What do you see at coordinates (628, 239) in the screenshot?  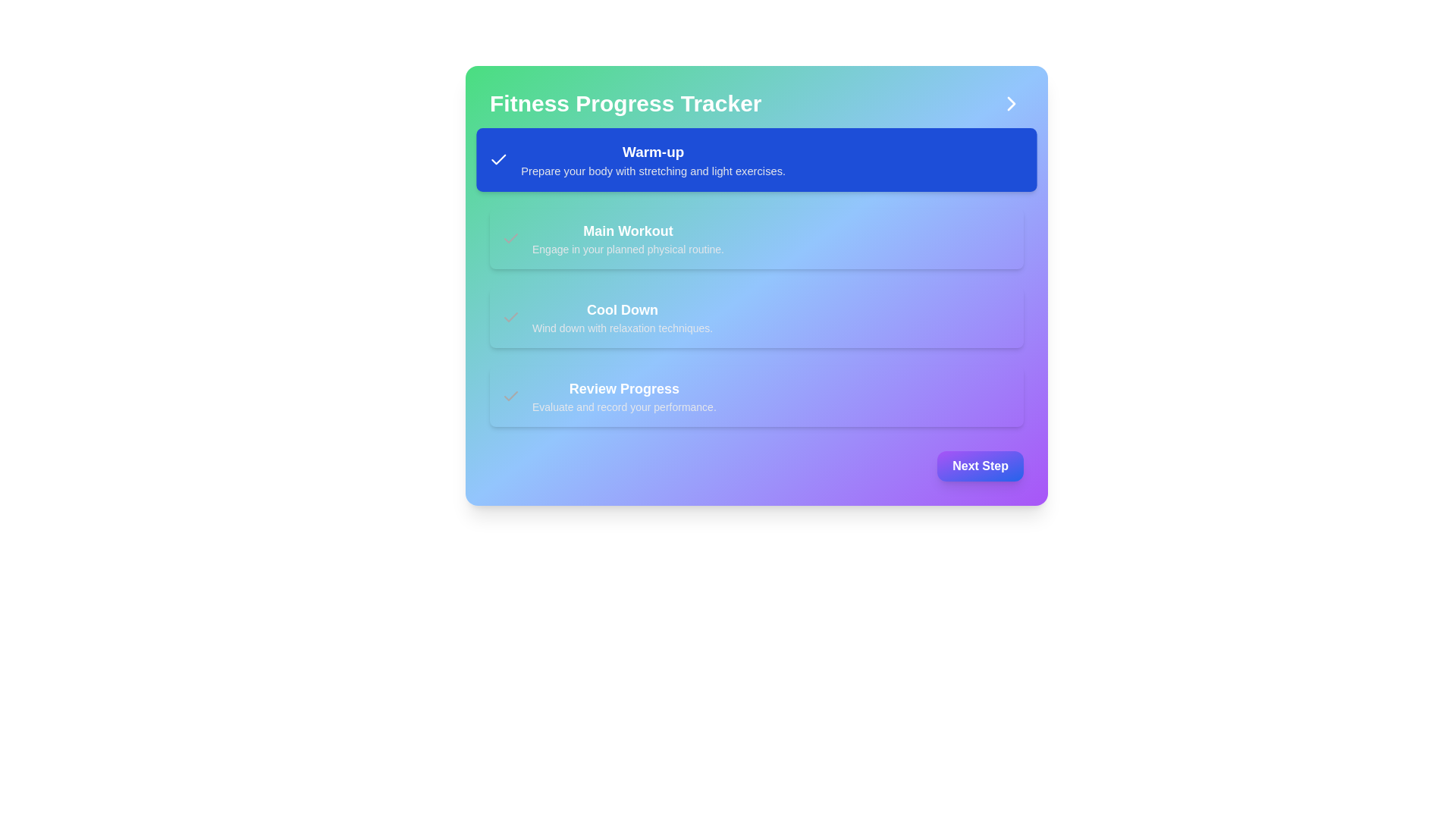 I see `the static text element labeled 'Main Workout' which provides instructions for engaging in a physical routine, located in the 'Fitness Progress Tracker' section` at bounding box center [628, 239].